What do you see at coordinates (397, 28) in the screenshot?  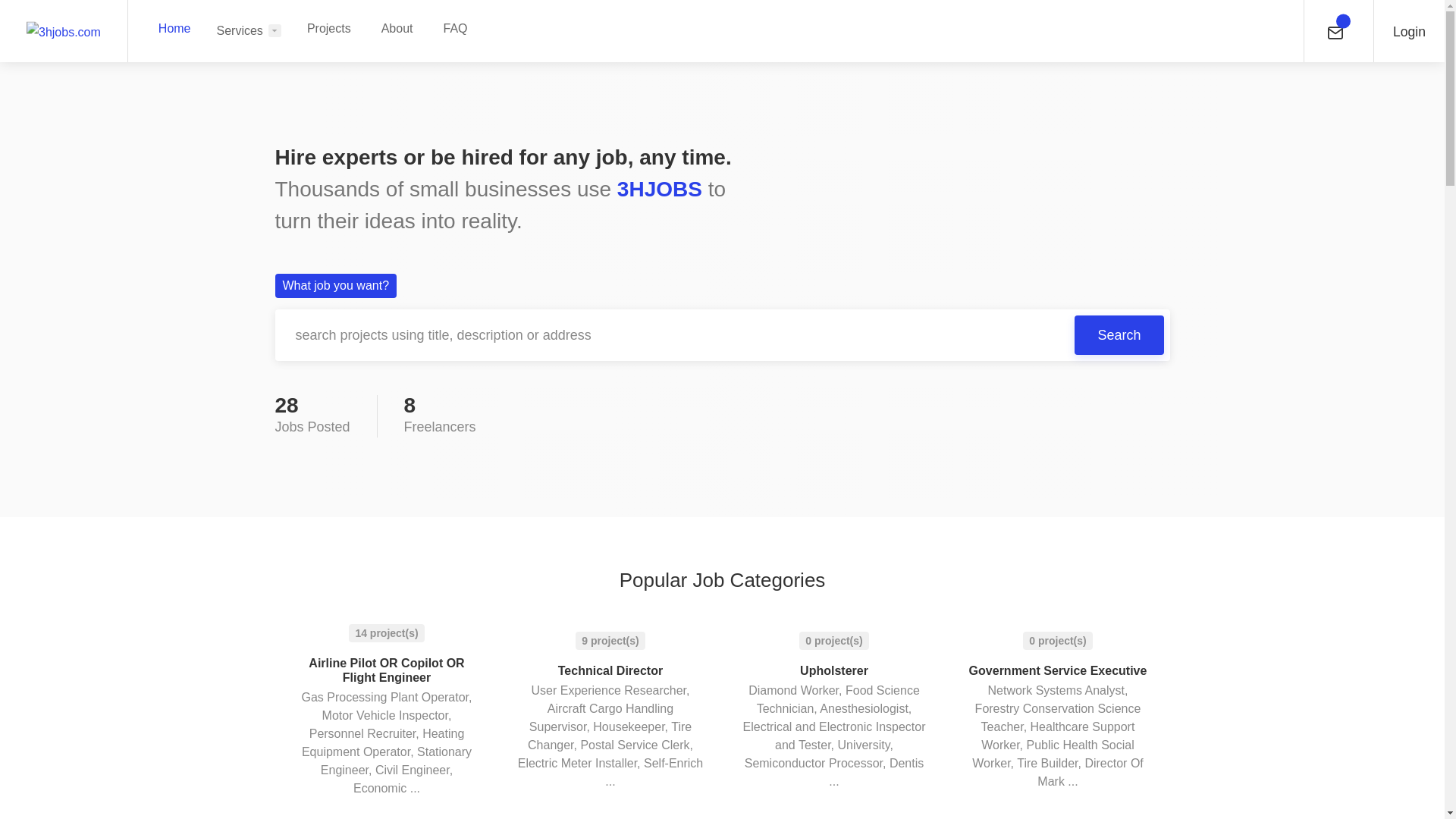 I see `'About'` at bounding box center [397, 28].